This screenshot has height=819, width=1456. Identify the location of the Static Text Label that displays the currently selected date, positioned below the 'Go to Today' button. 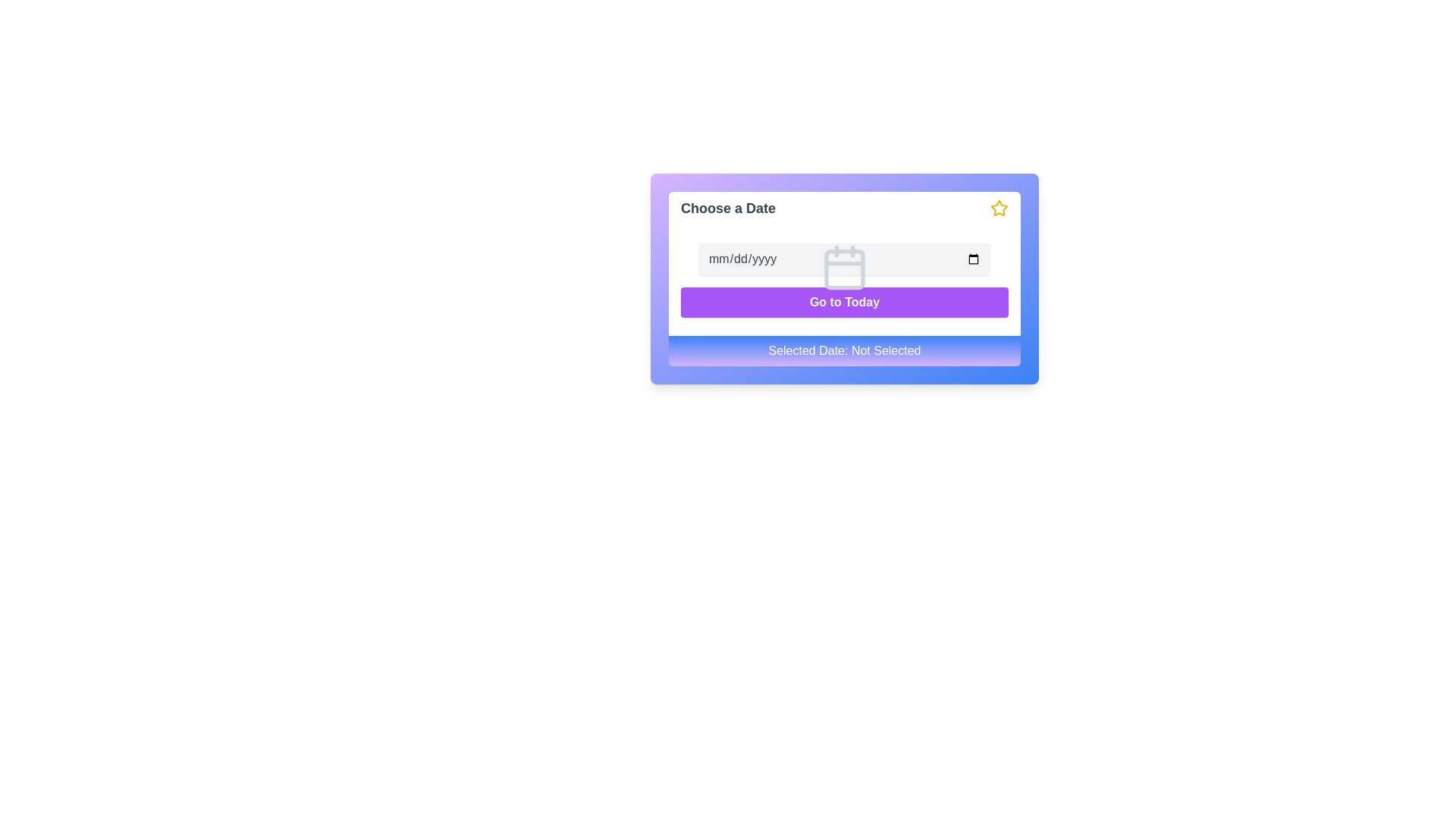
(843, 350).